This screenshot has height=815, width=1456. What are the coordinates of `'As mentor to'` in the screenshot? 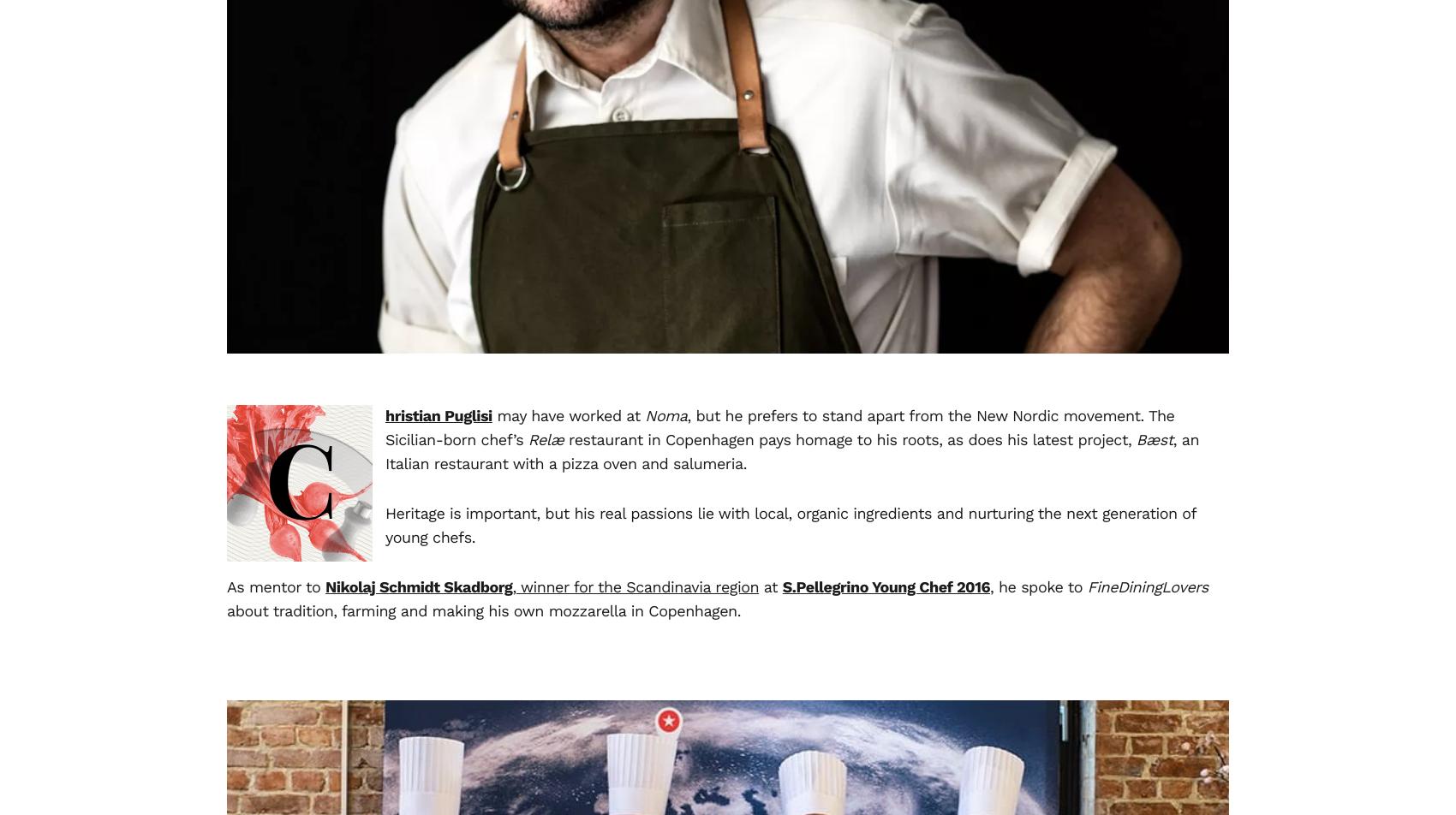 It's located at (227, 587).